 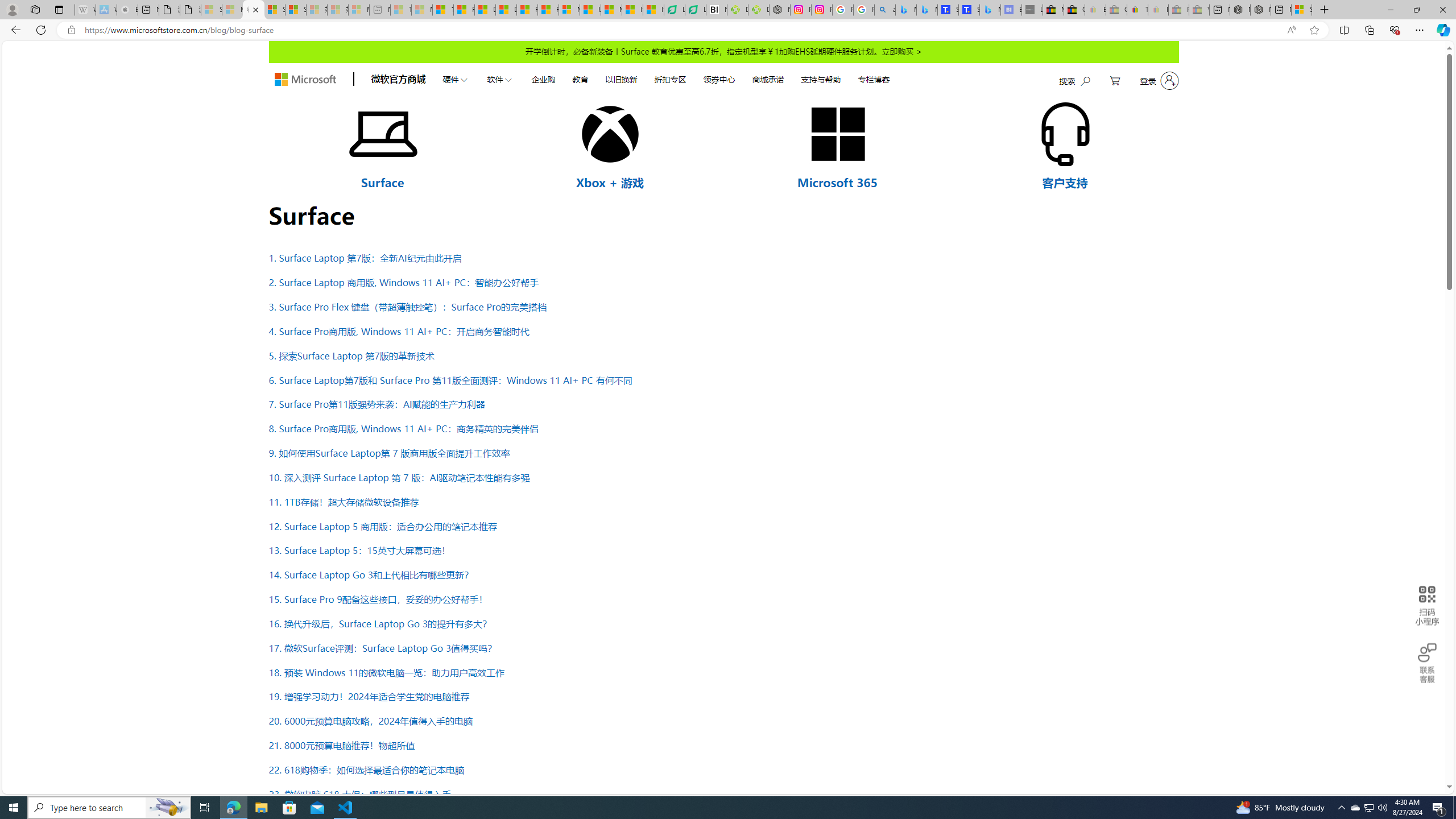 I want to click on 'LendingTree - Compare Lenders', so click(x=695, y=9).